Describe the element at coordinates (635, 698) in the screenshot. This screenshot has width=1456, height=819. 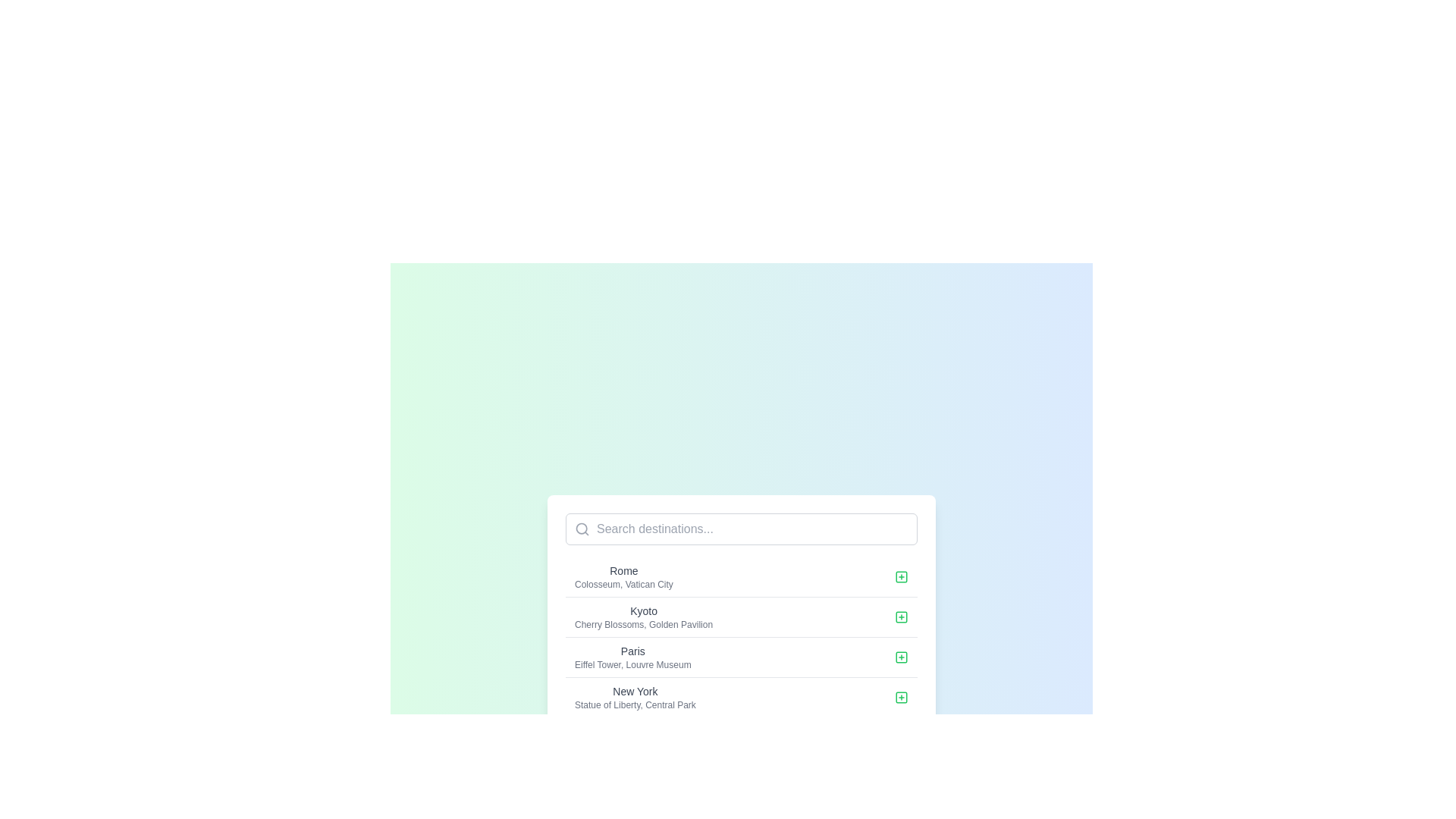
I see `the Text display item that shows location information for 'New York', positioned fourth in a vertically aligned list of cities` at that location.